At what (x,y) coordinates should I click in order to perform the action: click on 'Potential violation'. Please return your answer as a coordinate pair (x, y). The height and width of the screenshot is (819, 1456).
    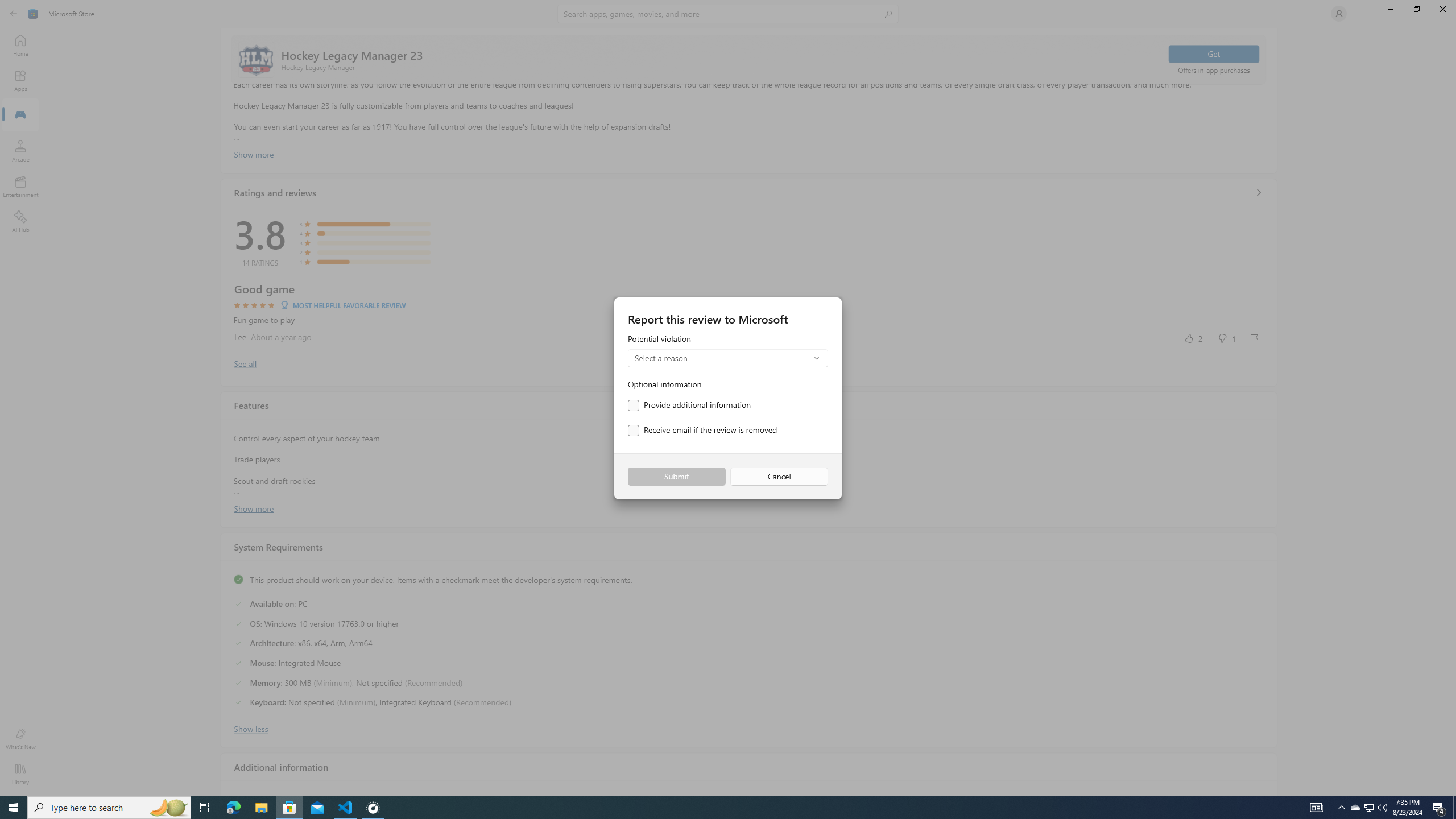
    Looking at the image, I should click on (728, 350).